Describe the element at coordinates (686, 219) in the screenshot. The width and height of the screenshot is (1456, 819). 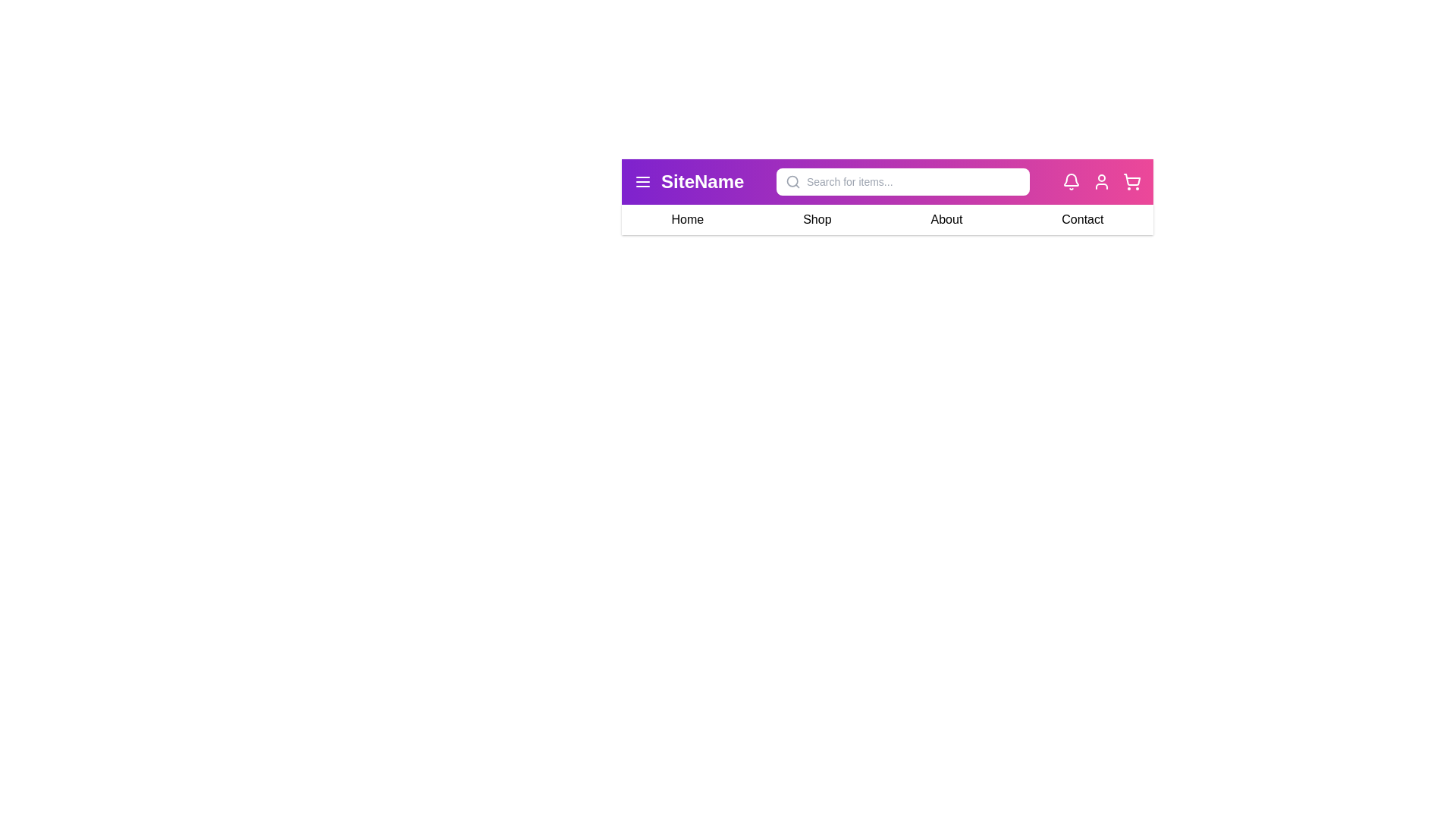
I see `the navigation menu item labeled Home` at that location.